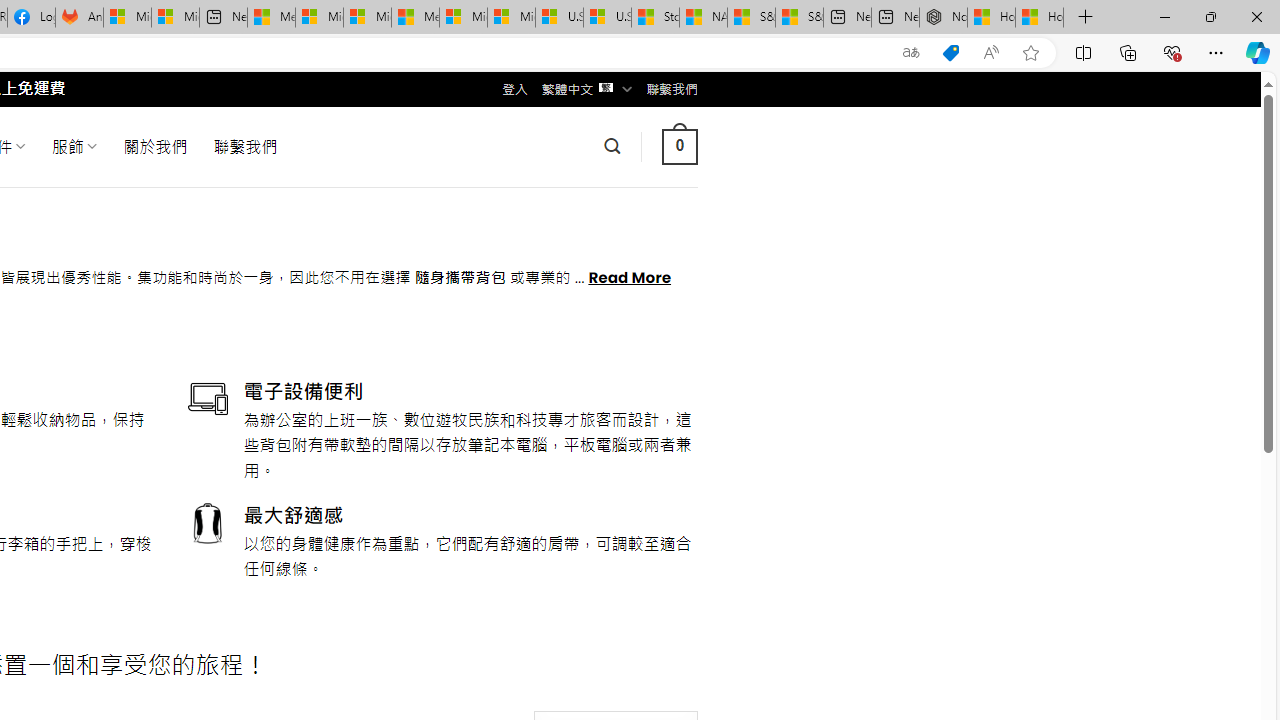  I want to click on 'How to Use a Monitor With Your Closed Laptop', so click(1040, 17).